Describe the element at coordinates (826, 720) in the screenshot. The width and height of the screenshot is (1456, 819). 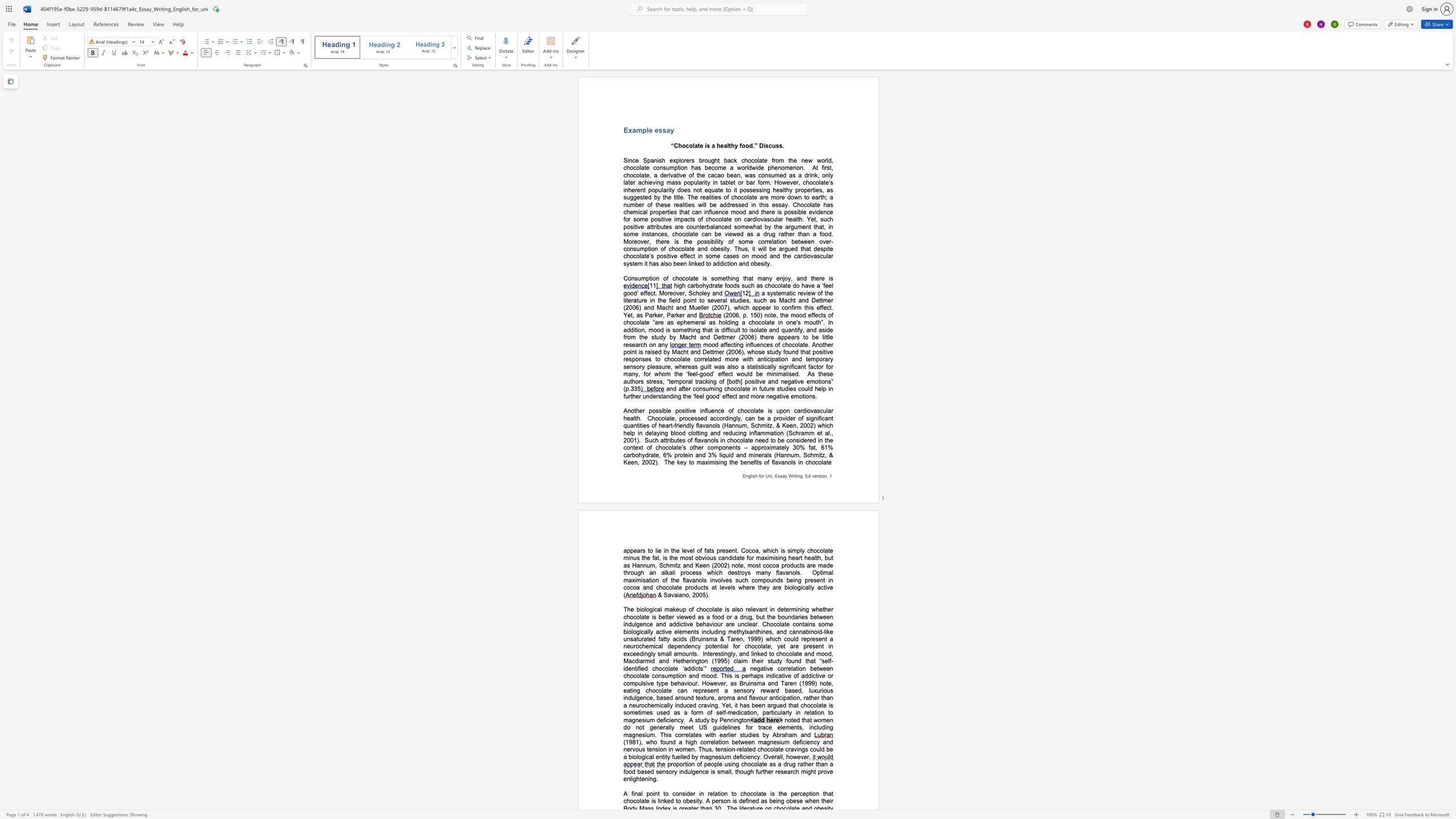
I see `the subset text "en do" within the text "noted that women do not"` at that location.